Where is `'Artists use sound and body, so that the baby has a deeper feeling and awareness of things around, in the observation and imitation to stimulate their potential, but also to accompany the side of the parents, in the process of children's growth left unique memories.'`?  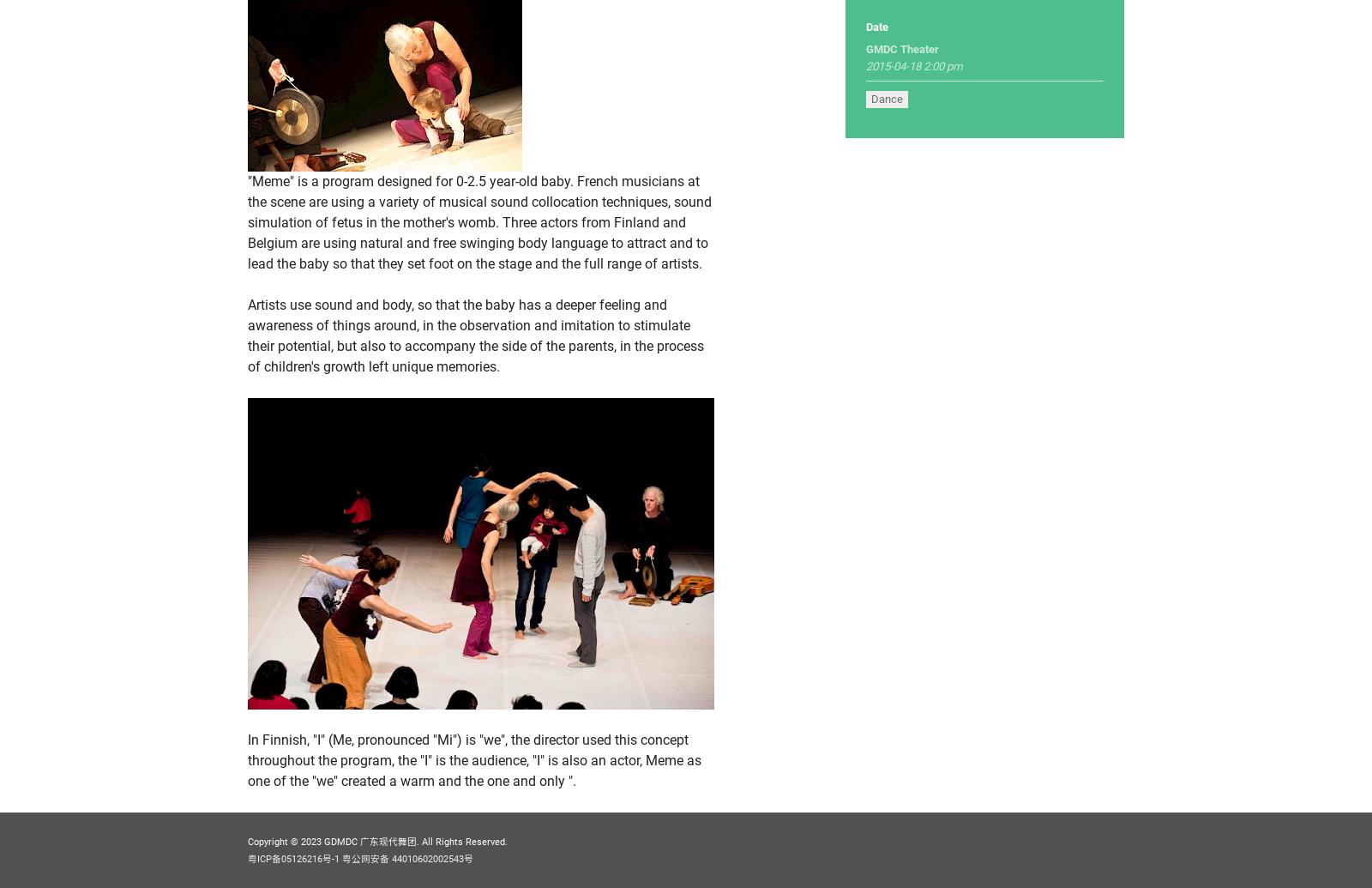 'Artists use sound and body, so that the baby has a deeper feeling and awareness of things around, in the observation and imitation to stimulate their potential, but also to accompany the side of the parents, in the process of children's growth left unique memories.' is located at coordinates (475, 335).